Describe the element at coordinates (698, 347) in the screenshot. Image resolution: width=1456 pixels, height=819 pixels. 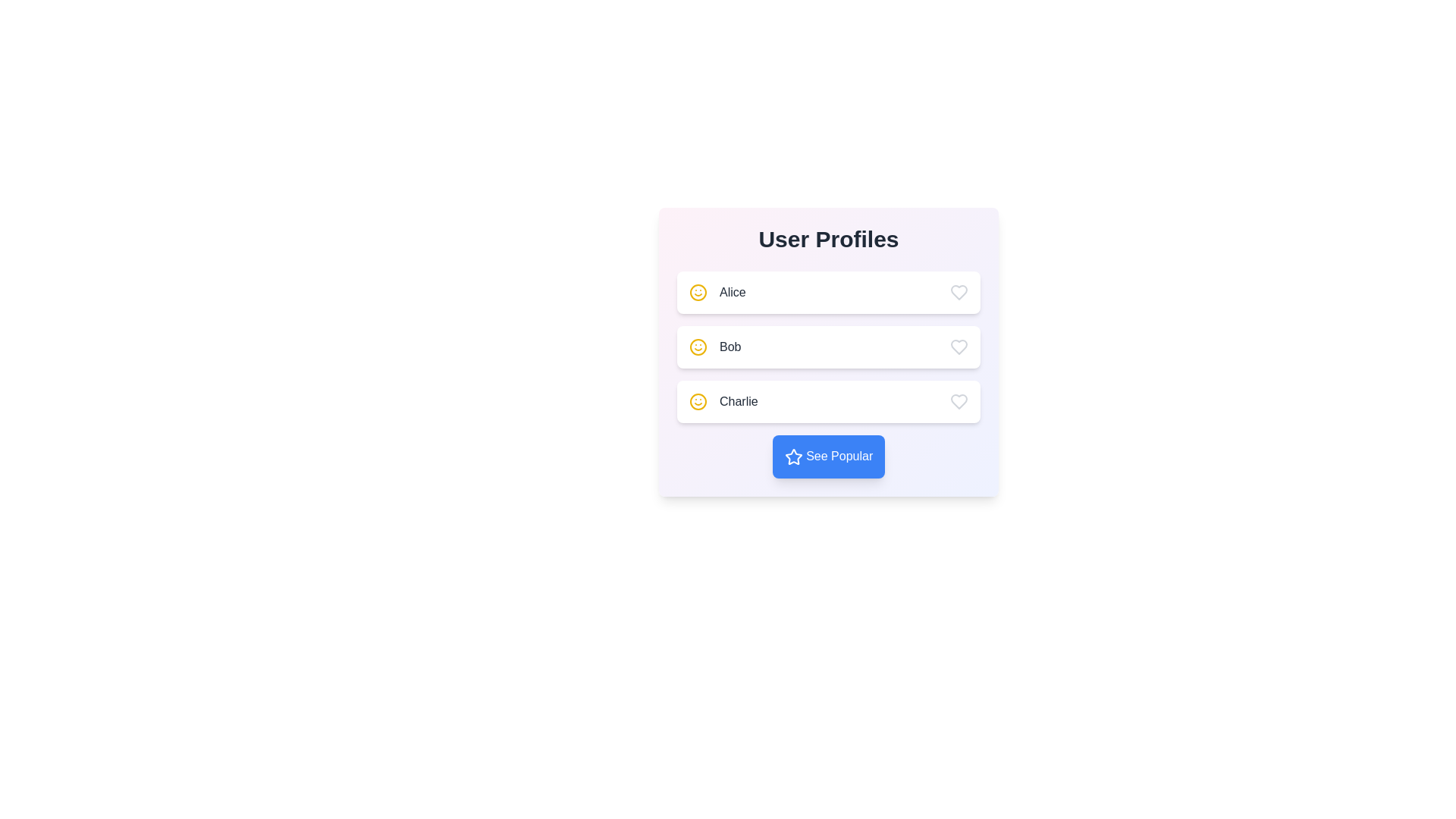
I see `the smiley icon representing the user profile named 'Bob', which is positioned to the left of his name in the user profiles list item` at that location.